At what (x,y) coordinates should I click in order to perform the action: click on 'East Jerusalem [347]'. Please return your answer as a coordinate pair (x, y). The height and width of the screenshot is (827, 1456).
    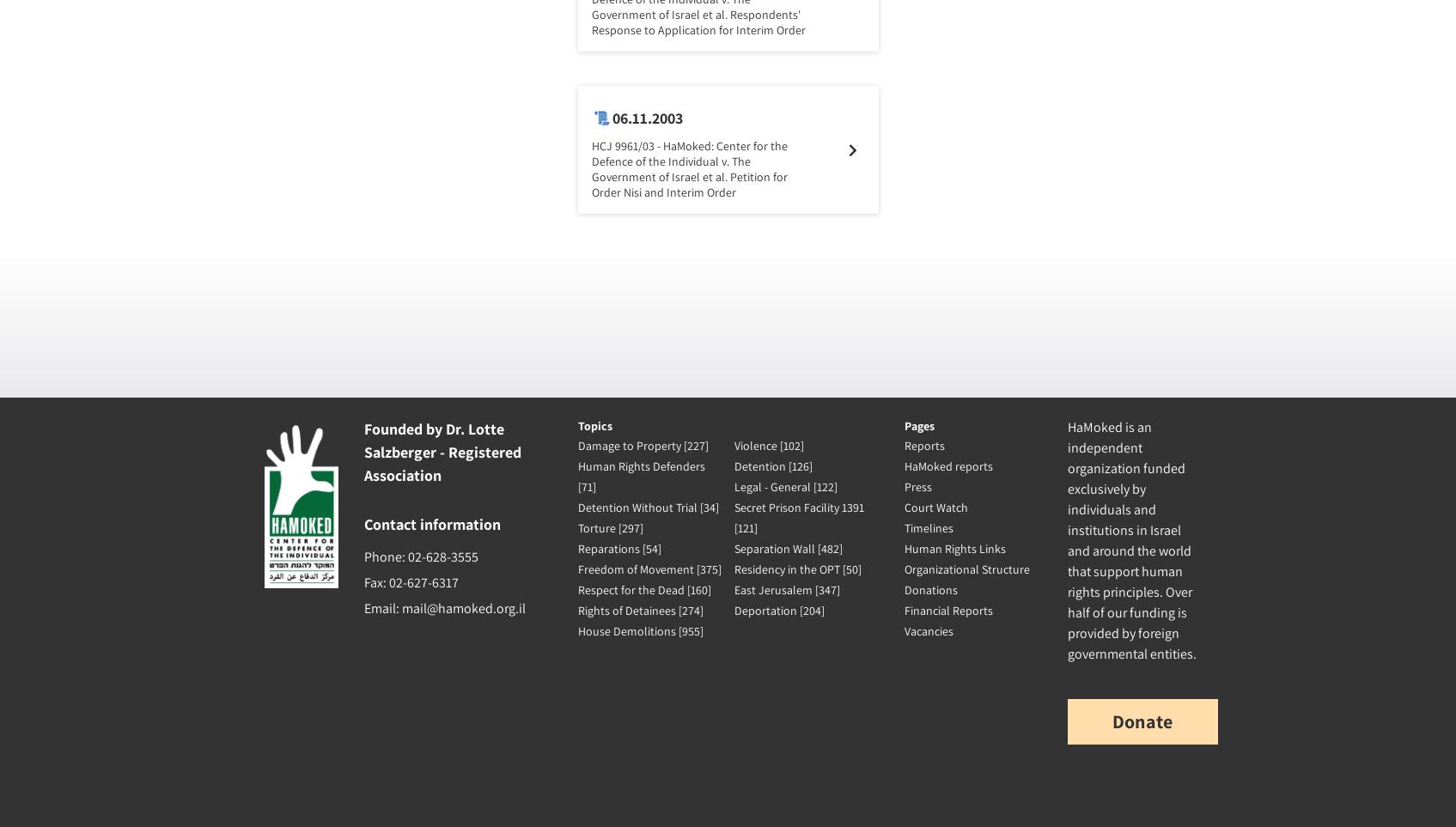
    Looking at the image, I should click on (786, 590).